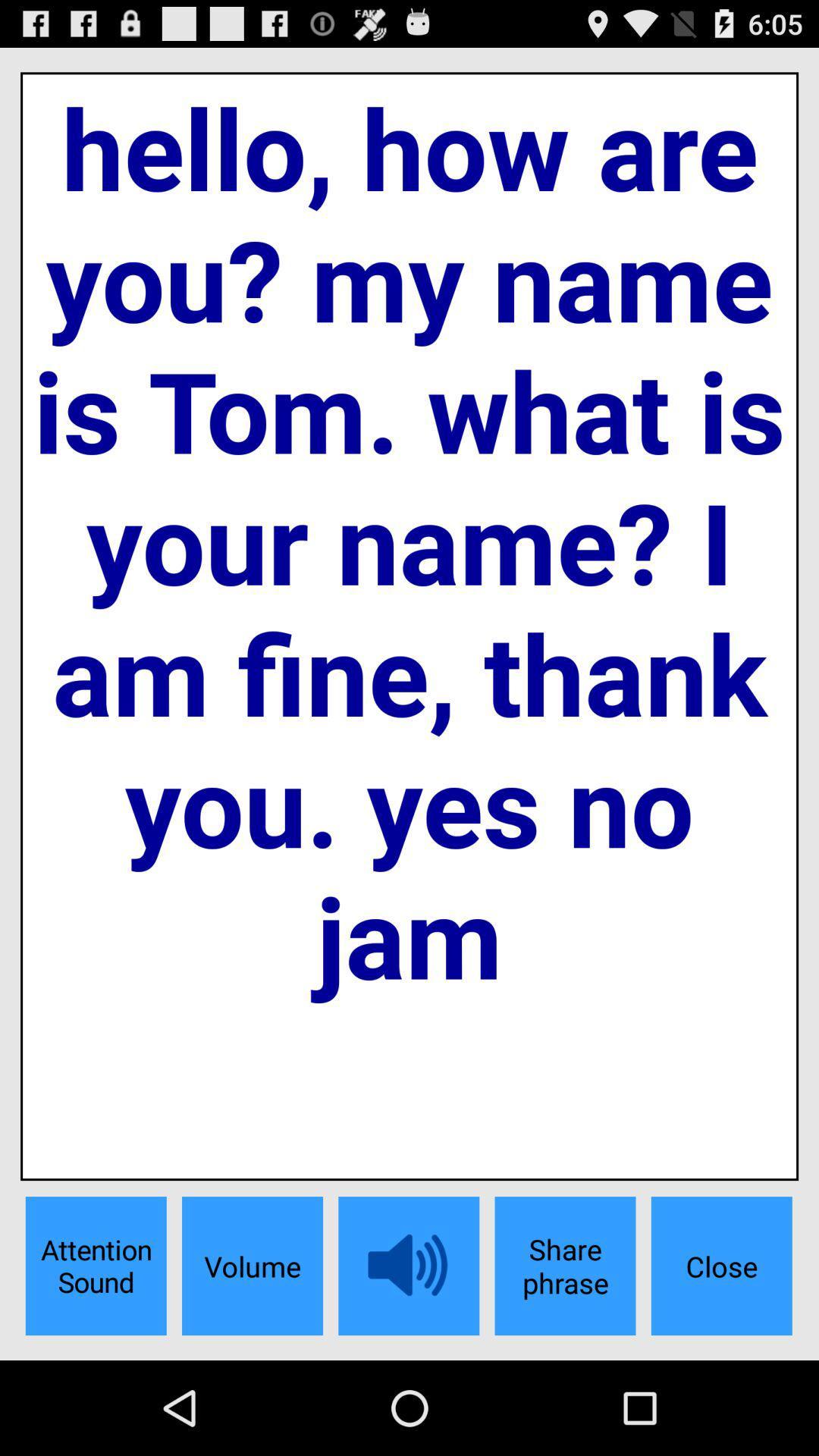 This screenshot has height=1456, width=819. I want to click on the app below hello how are item, so click(251, 1266).